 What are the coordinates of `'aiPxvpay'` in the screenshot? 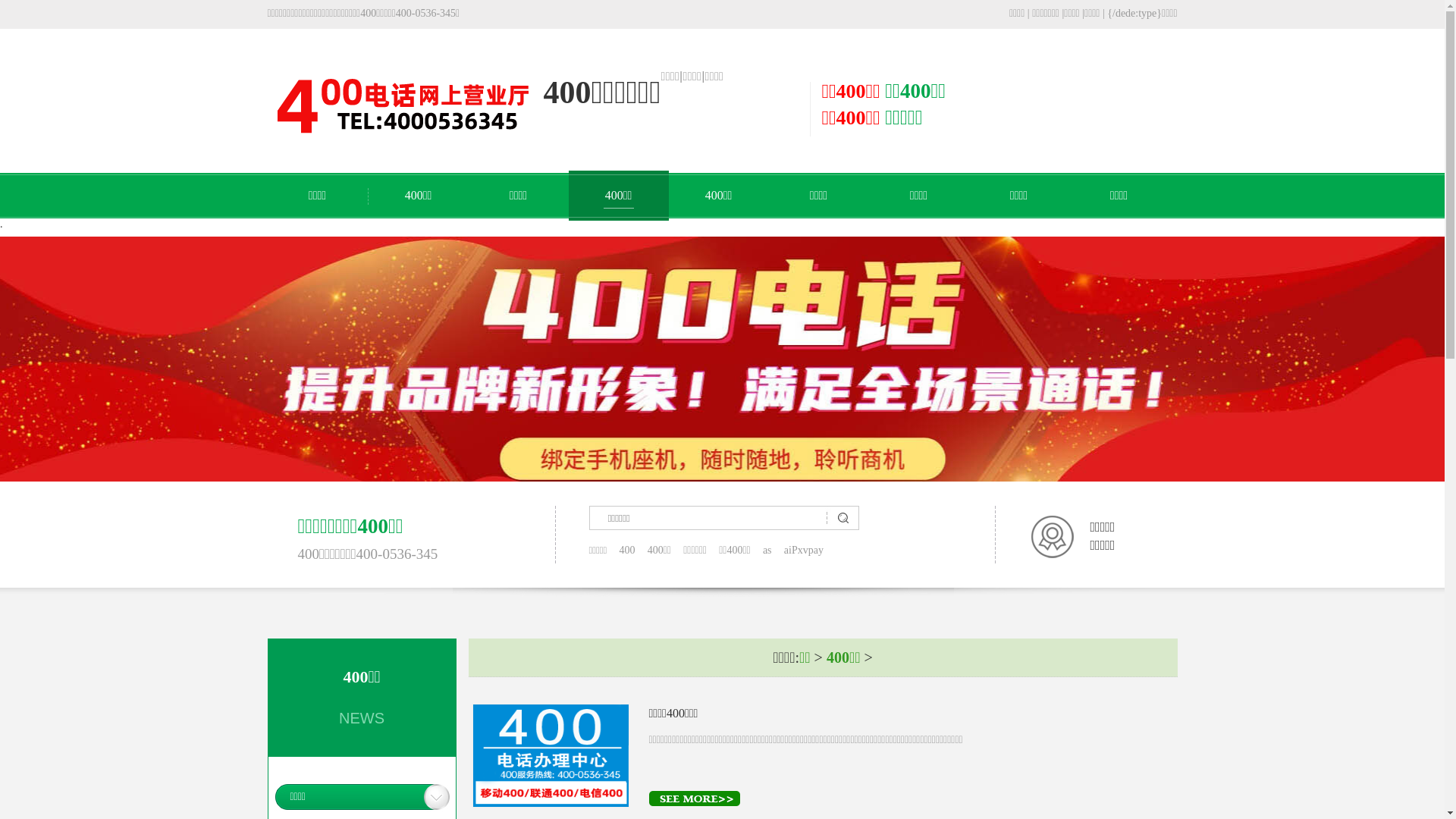 It's located at (803, 550).